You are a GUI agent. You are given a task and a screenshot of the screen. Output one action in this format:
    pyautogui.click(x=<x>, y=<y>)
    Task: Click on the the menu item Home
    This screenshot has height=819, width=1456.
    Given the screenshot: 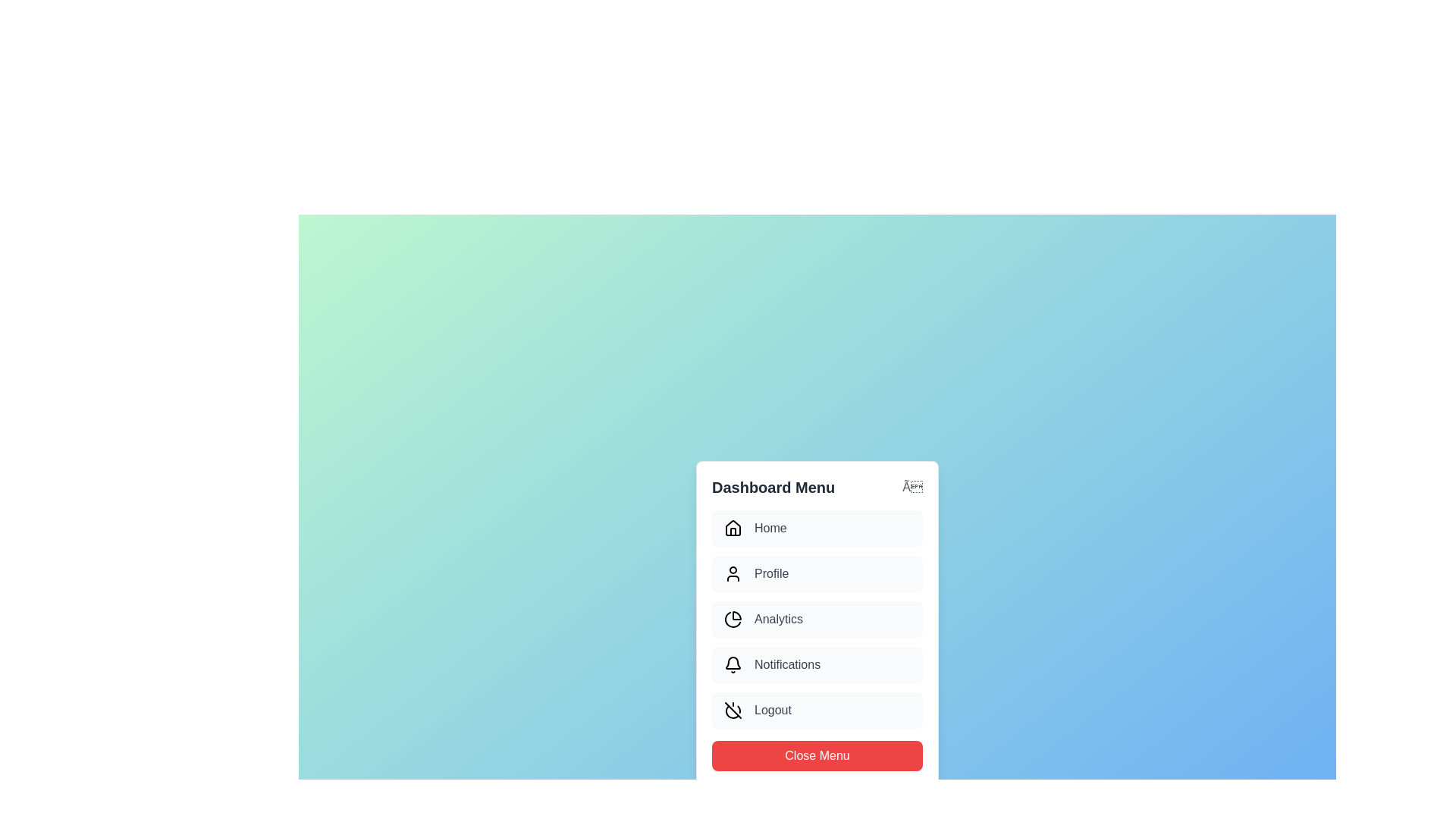 What is the action you would take?
    pyautogui.click(x=817, y=528)
    